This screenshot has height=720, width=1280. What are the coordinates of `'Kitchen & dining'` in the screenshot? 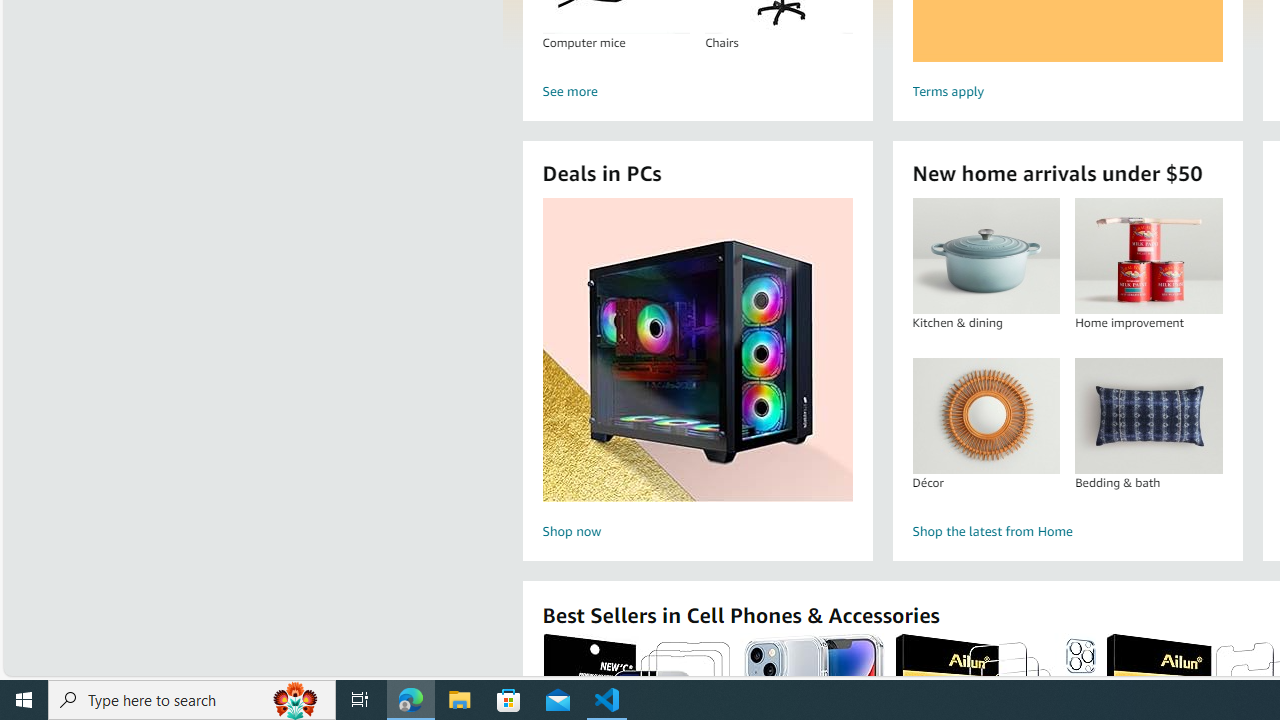 It's located at (985, 255).